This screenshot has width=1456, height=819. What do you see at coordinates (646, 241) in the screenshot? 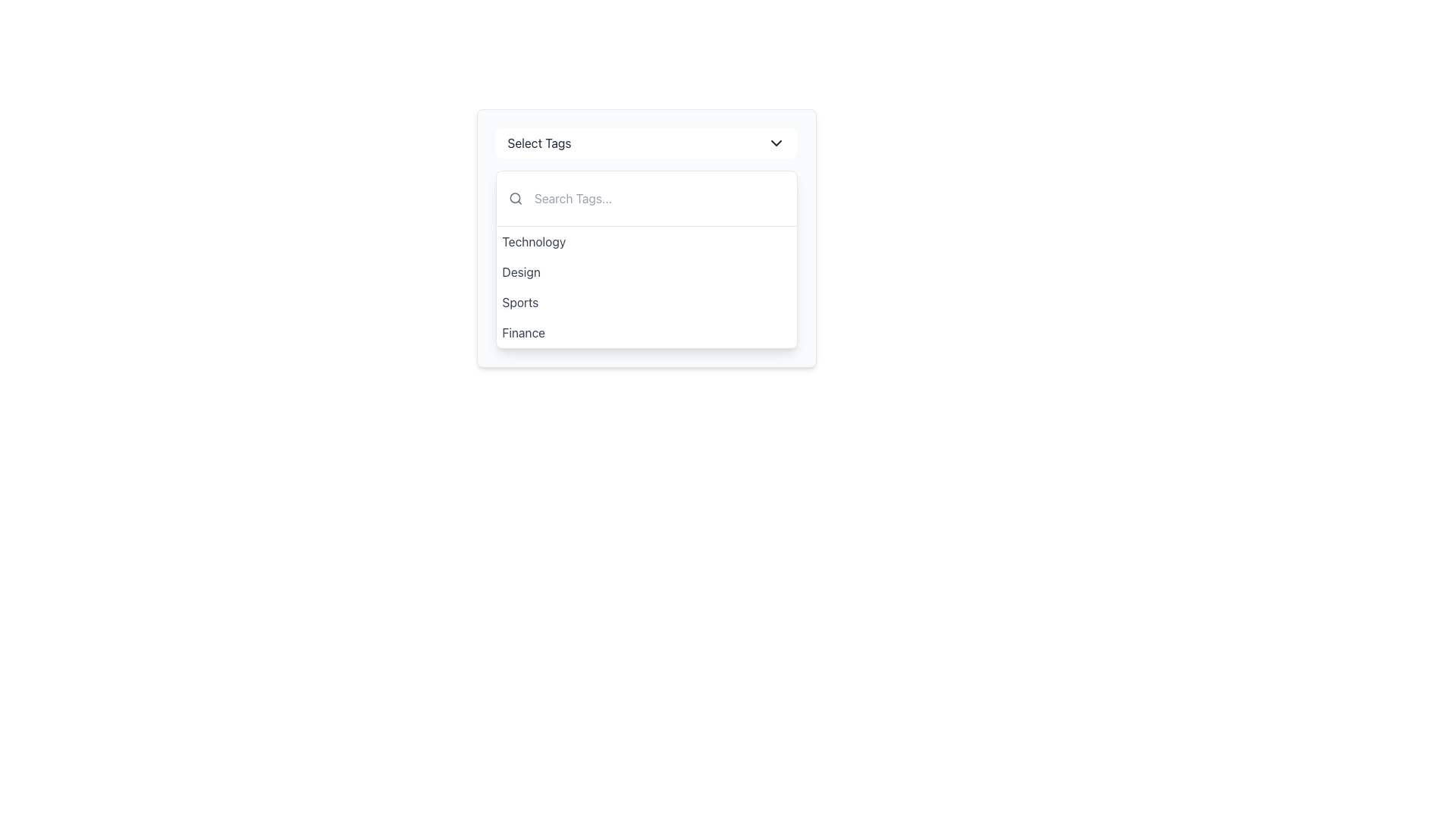
I see `the 'Technology' selectable list item in the 'Select Tags' dropdown menu` at bounding box center [646, 241].